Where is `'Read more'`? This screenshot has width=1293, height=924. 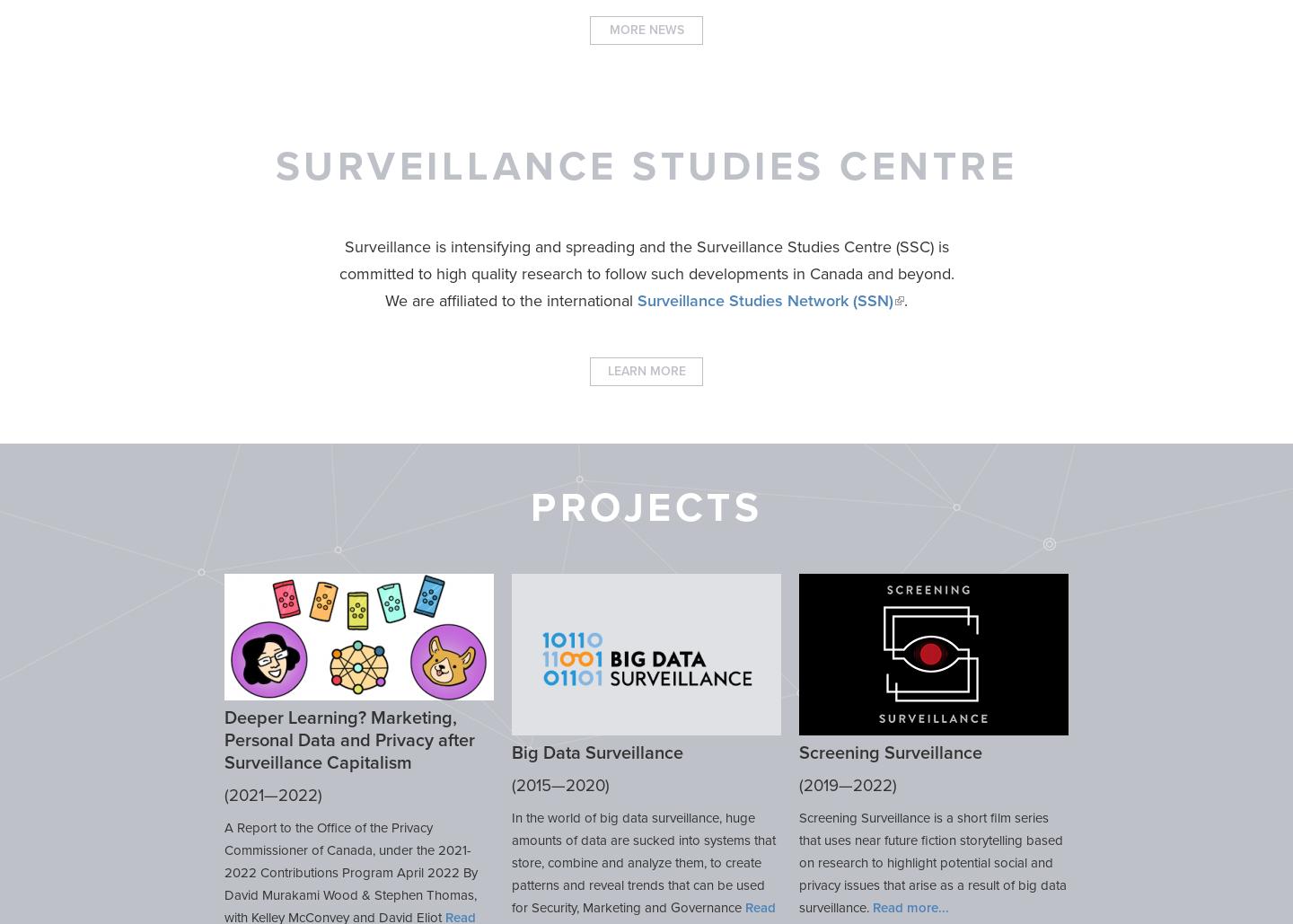
'Read more' is located at coordinates (872, 906).